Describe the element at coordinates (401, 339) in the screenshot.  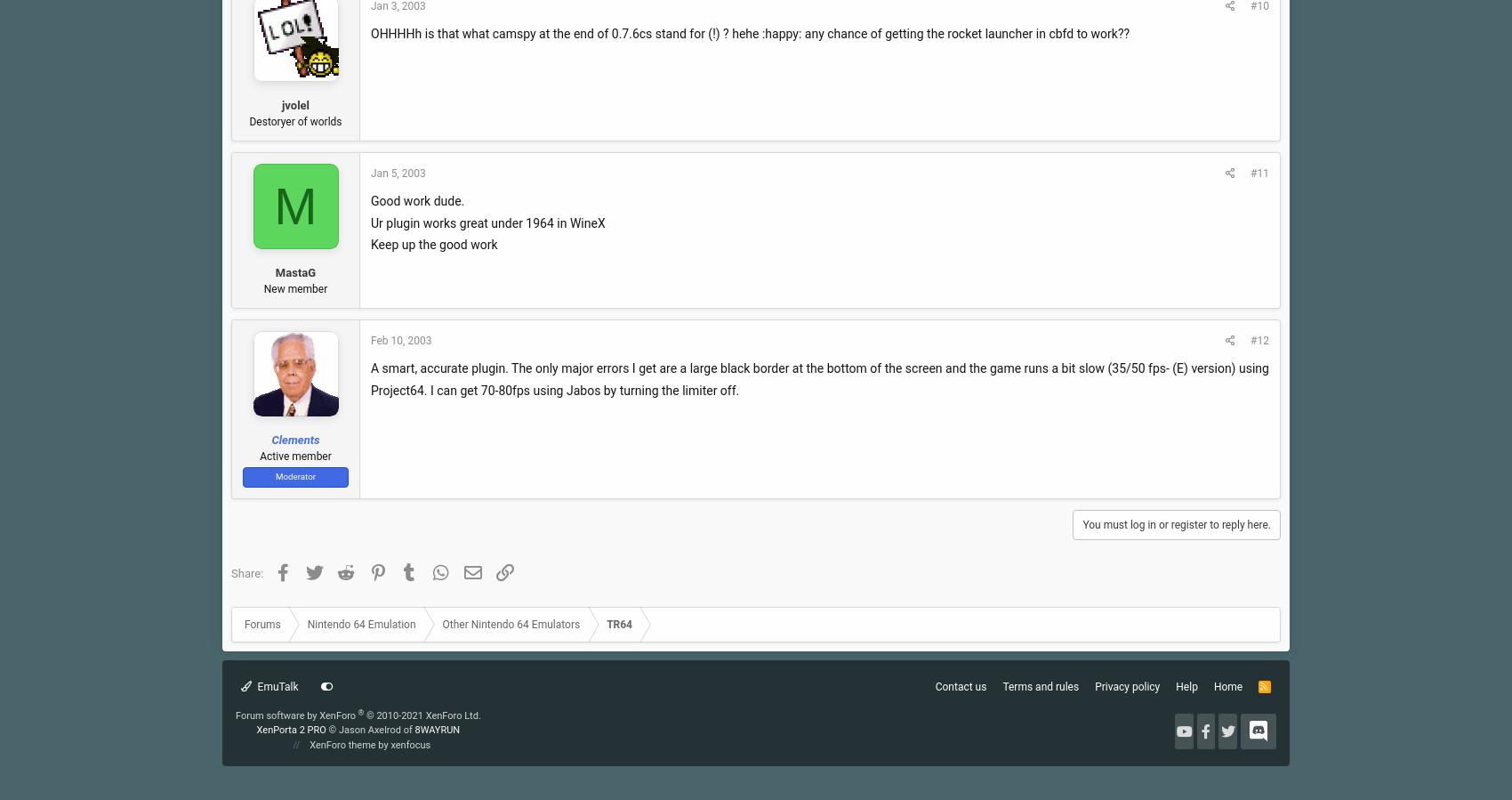
I see `'Feb 10, 2003'` at that location.